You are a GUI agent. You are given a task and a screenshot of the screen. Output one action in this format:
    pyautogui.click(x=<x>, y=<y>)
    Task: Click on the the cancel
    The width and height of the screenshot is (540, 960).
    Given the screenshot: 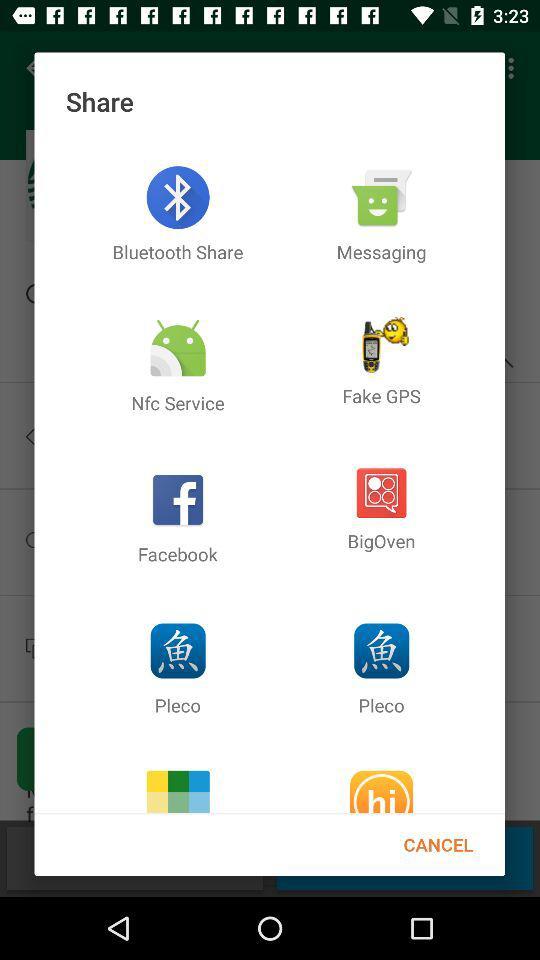 What is the action you would take?
    pyautogui.click(x=437, y=843)
    